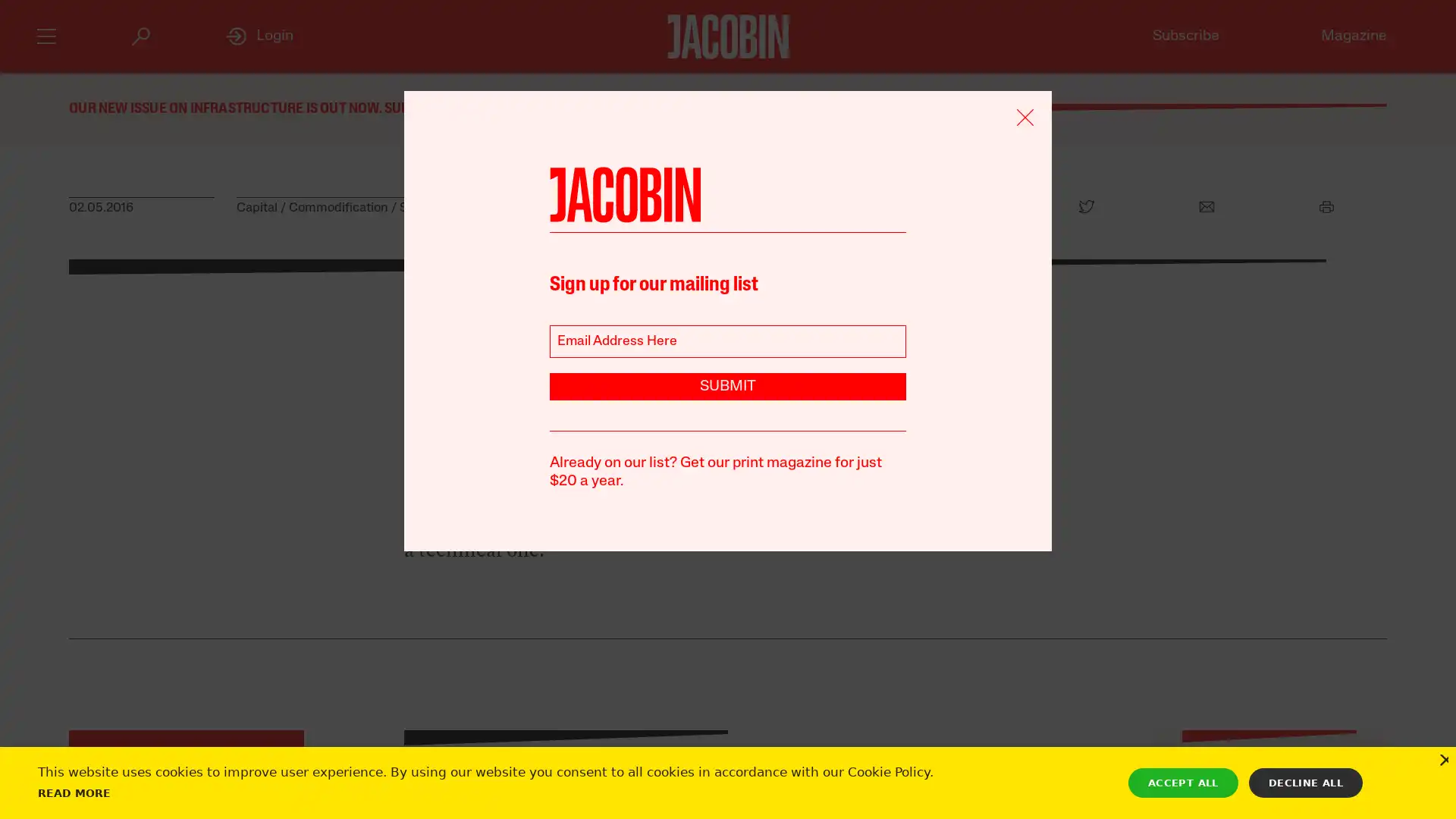 The height and width of the screenshot is (819, 1456). Describe the element at coordinates (726, 385) in the screenshot. I see `SUBMIT` at that location.